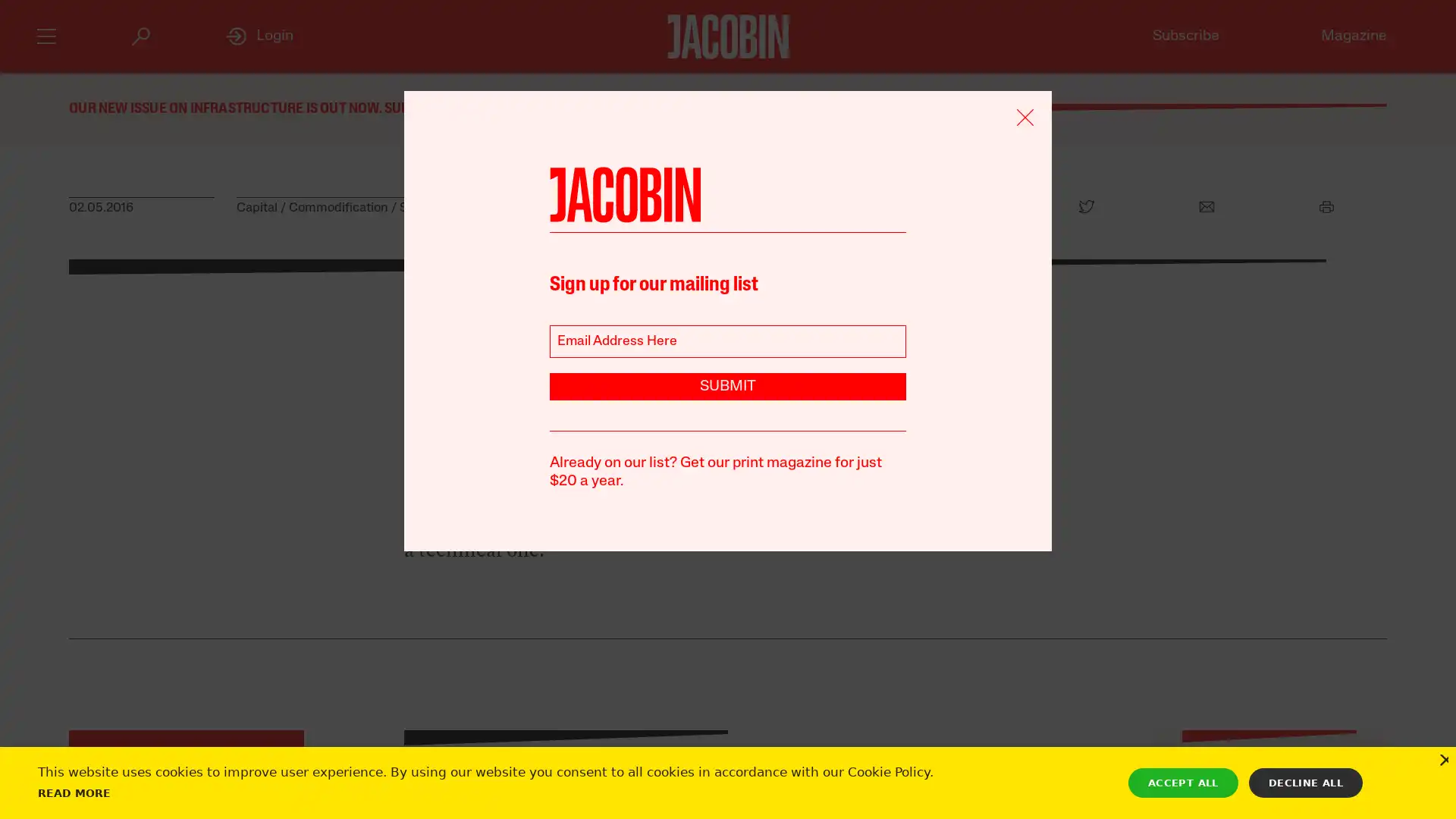 The height and width of the screenshot is (819, 1456). Describe the element at coordinates (726, 385) in the screenshot. I see `SUBMIT` at that location.